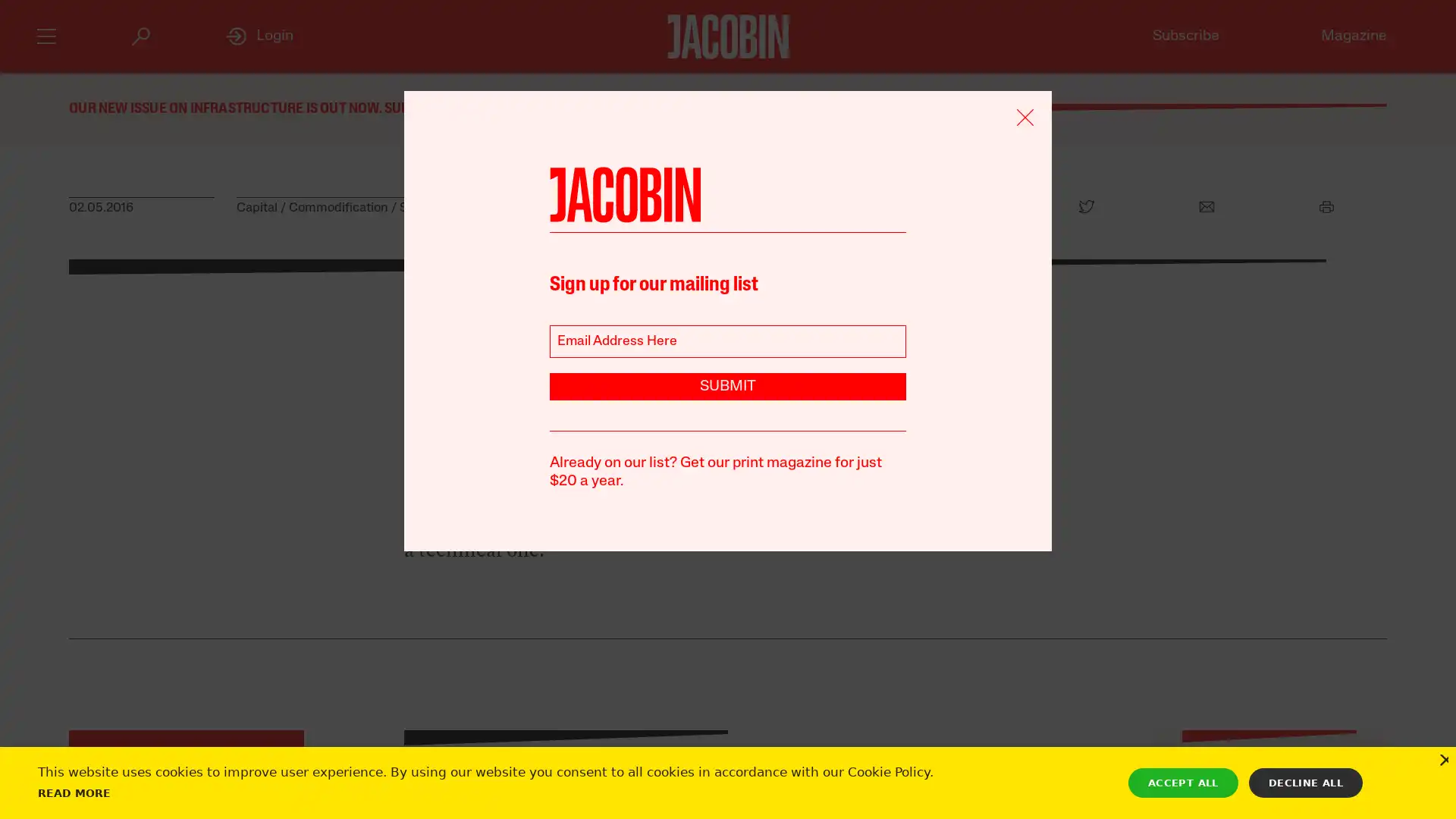 The height and width of the screenshot is (819, 1456). Describe the element at coordinates (726, 385) in the screenshot. I see `SUBMIT` at that location.